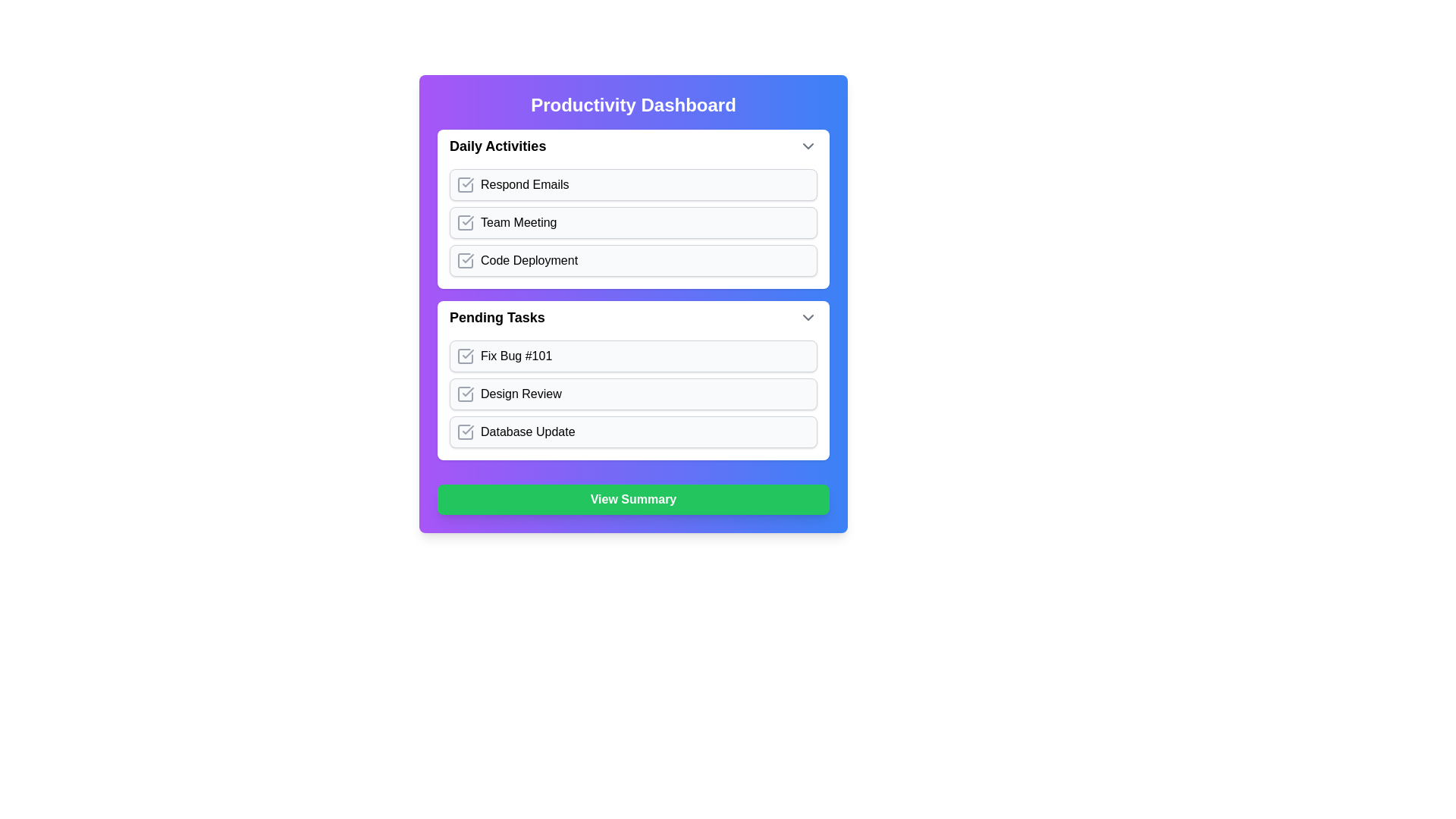 The width and height of the screenshot is (1456, 819). What do you see at coordinates (465, 222) in the screenshot?
I see `the Checkbox icon next to the 'Team Meeting' list item in the 'Daily Activities' section` at bounding box center [465, 222].